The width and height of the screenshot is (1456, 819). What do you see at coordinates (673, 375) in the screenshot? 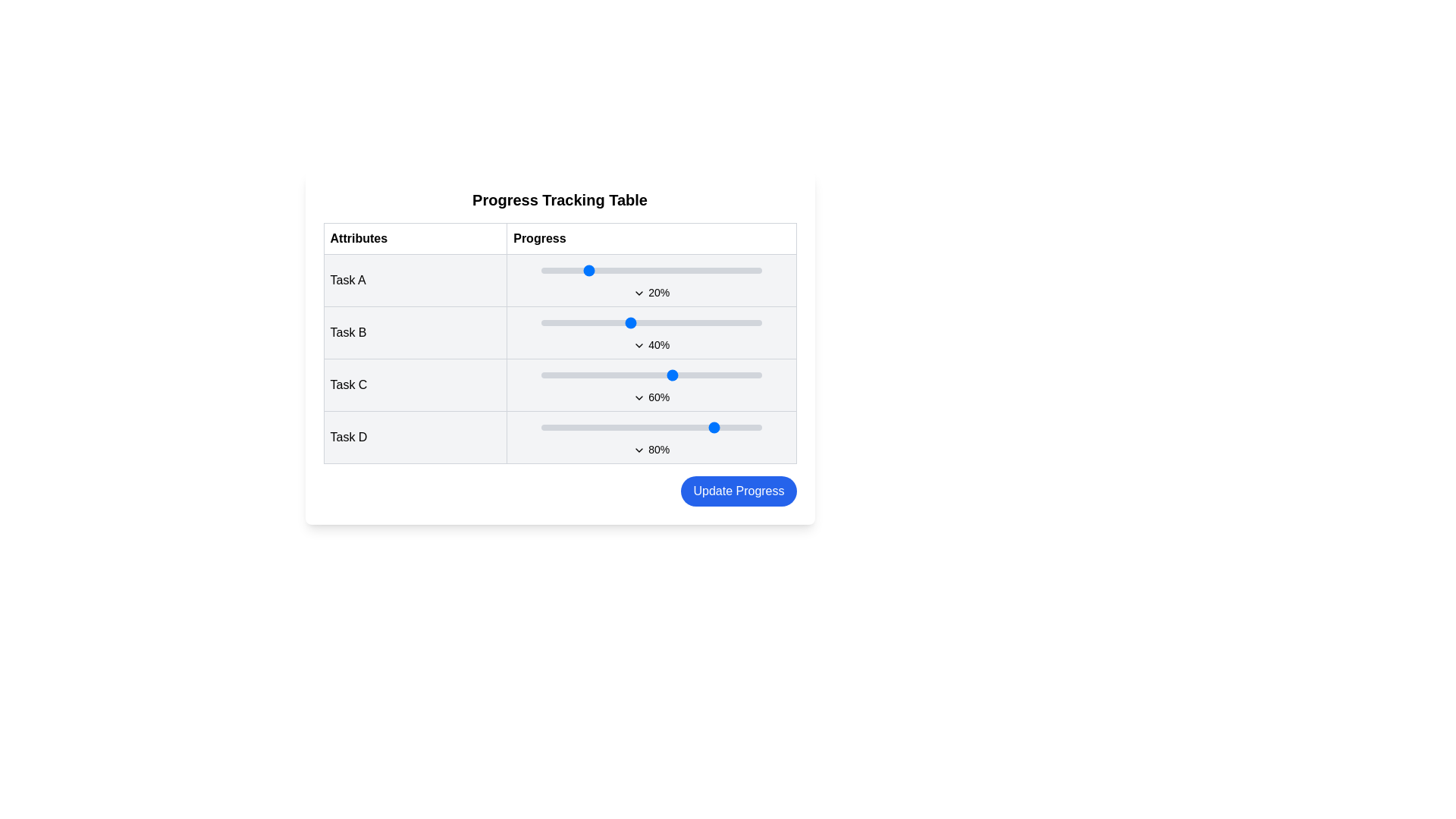
I see `the progress for Task C` at bounding box center [673, 375].